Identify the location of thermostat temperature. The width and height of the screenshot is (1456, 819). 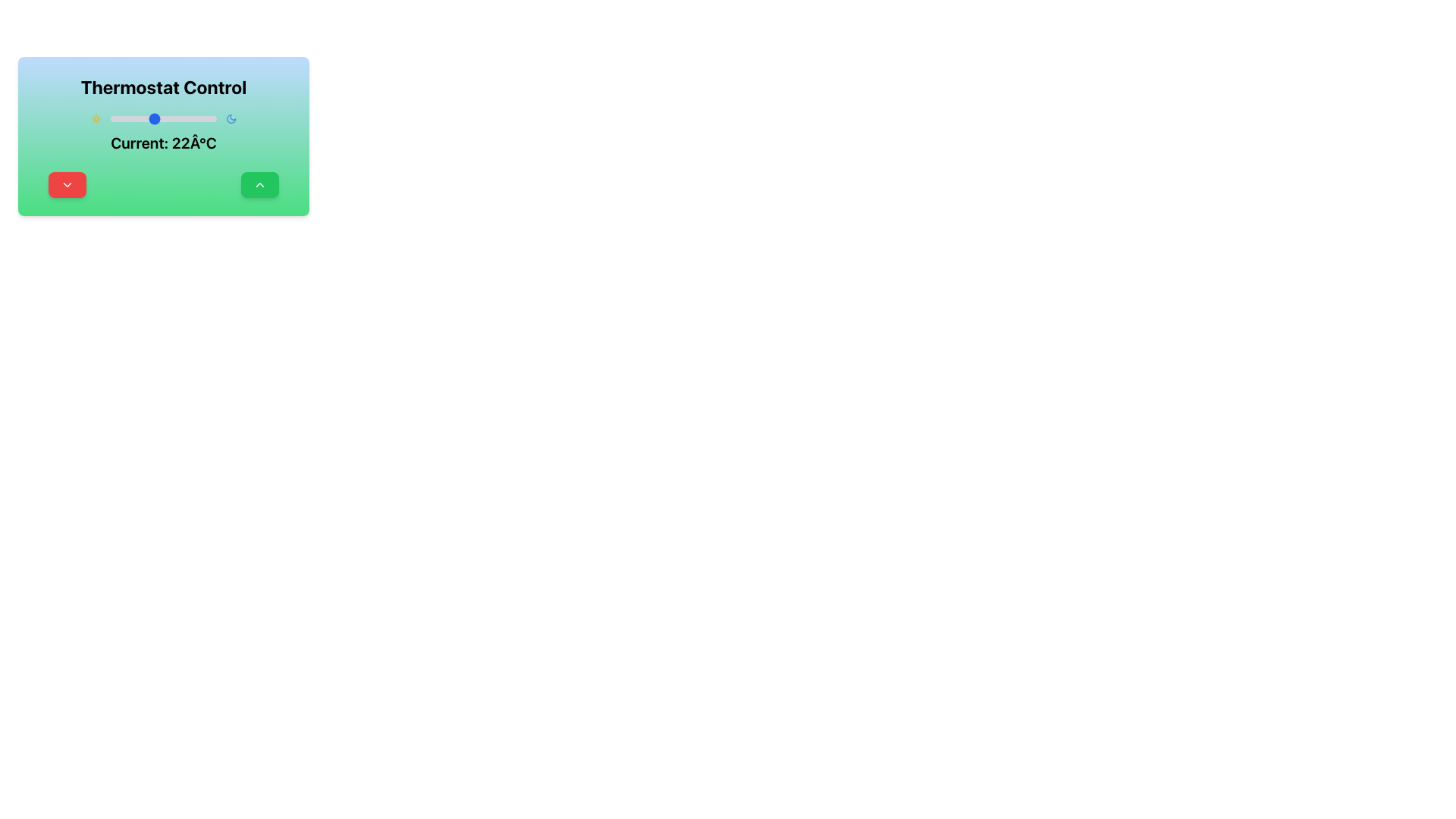
(181, 118).